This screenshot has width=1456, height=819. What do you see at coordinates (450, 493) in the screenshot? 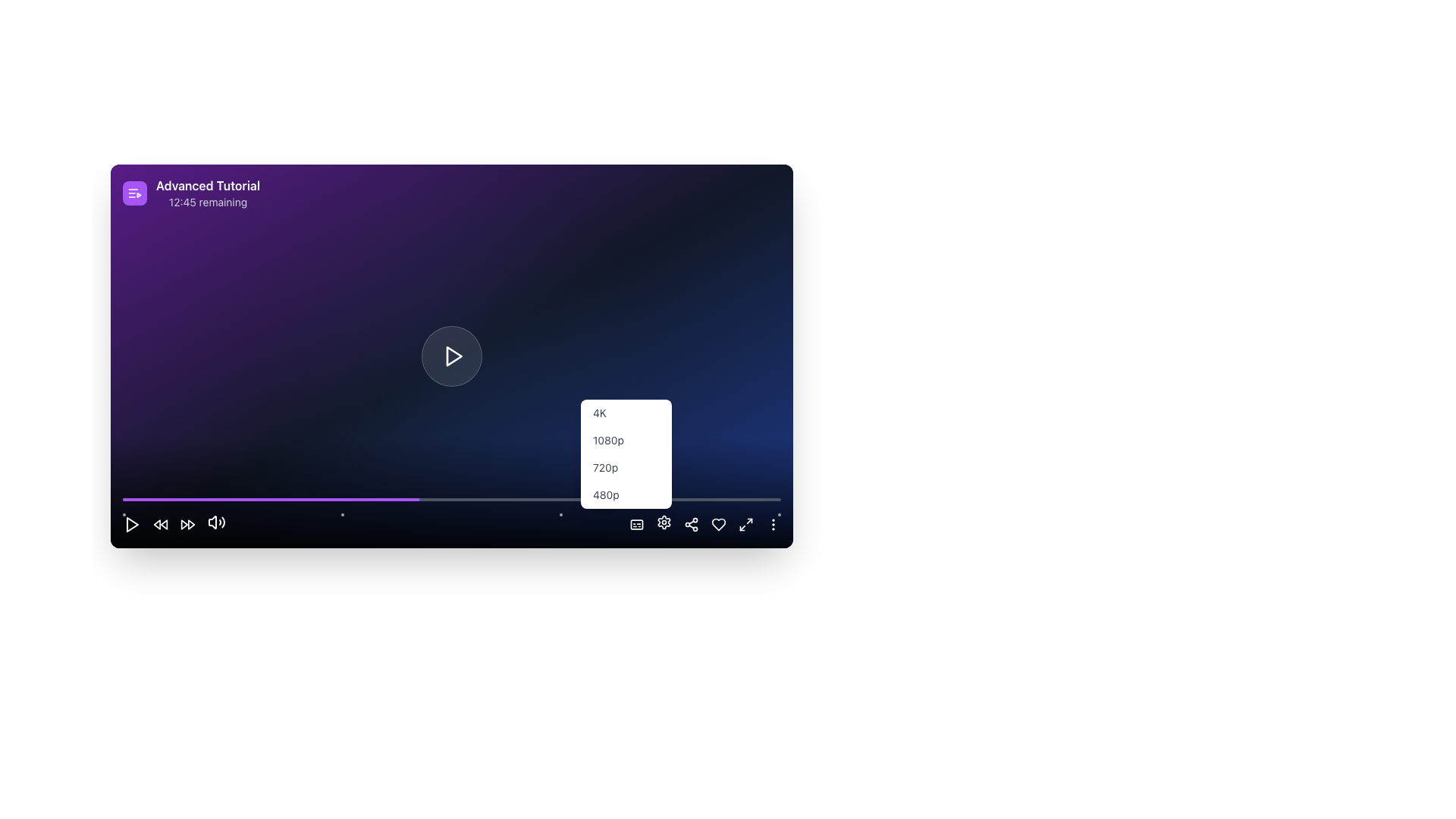
I see `the resolution option in the Progress Bar with Duration Display and Resolution Options located at the bottom section of the interface to change the video quality` at bounding box center [450, 493].